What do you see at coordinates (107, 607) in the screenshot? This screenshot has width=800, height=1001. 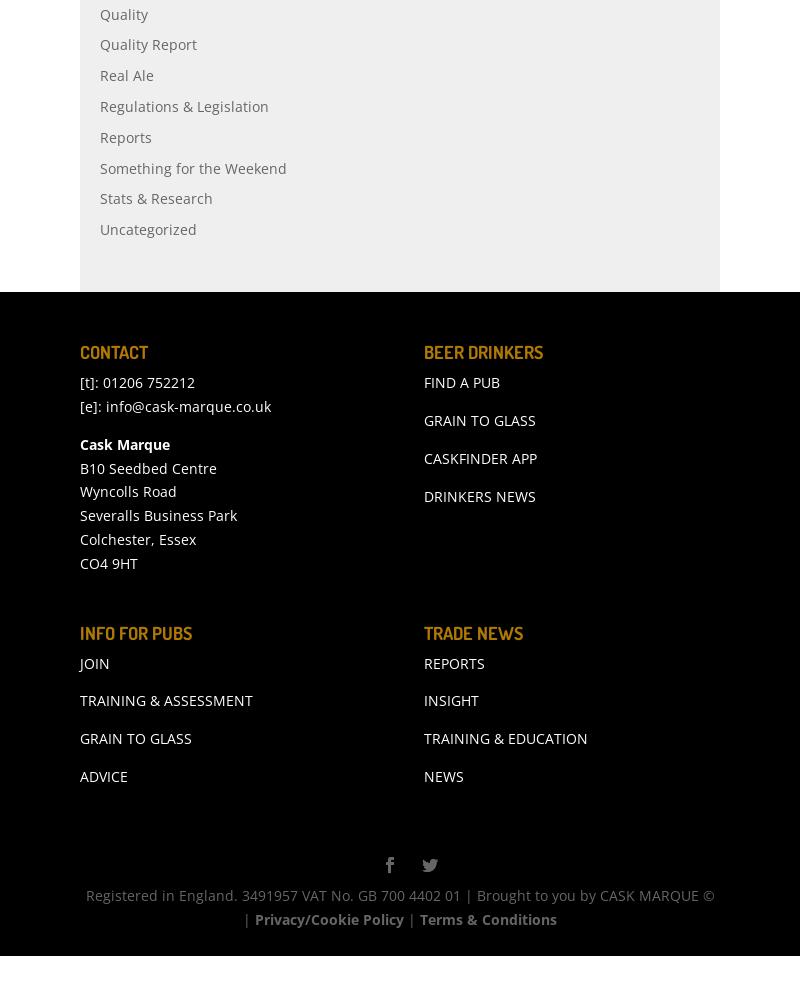 I see `'CO4 9HT'` at bounding box center [107, 607].